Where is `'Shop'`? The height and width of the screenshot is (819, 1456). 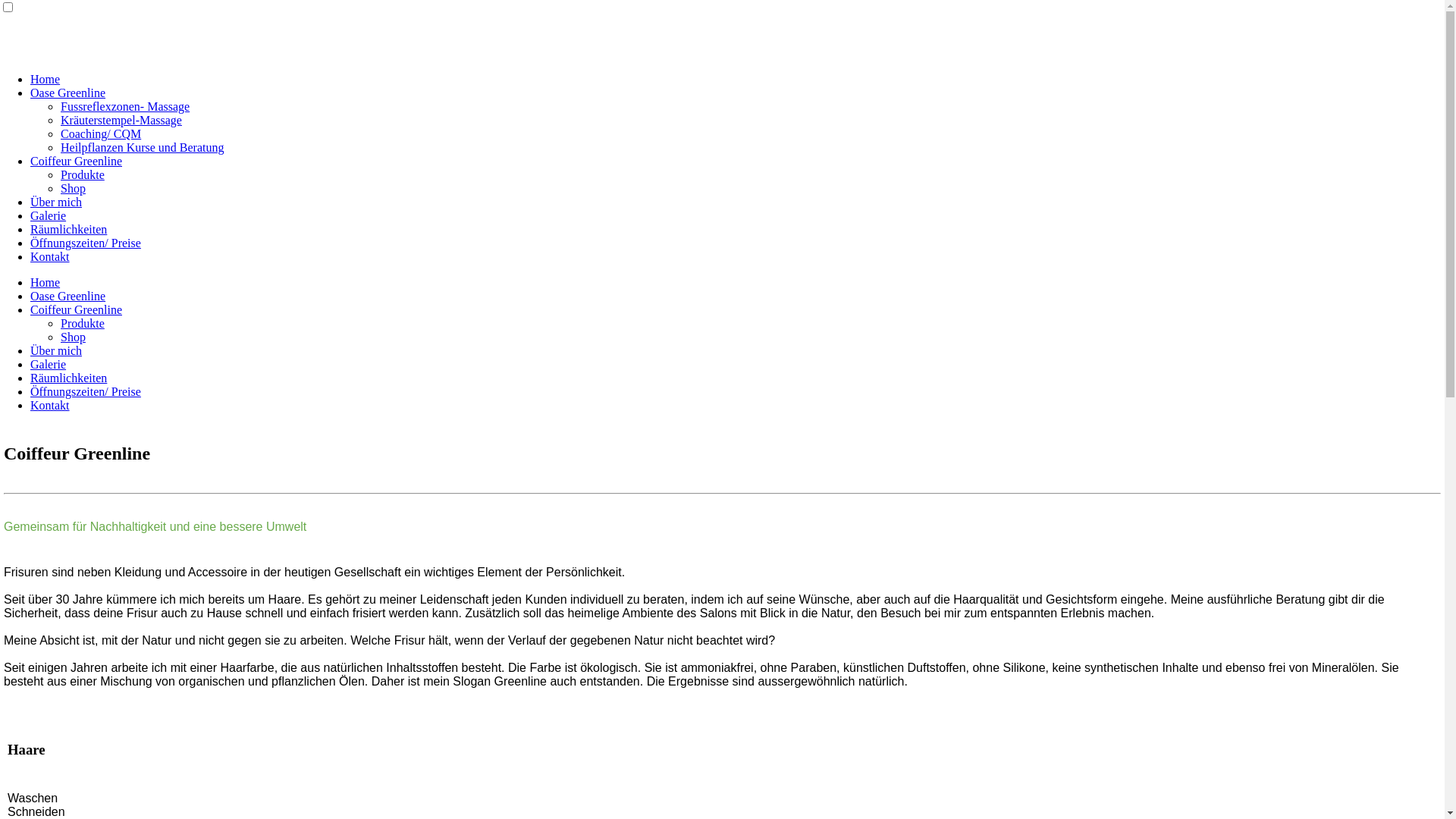
'Shop' is located at coordinates (72, 187).